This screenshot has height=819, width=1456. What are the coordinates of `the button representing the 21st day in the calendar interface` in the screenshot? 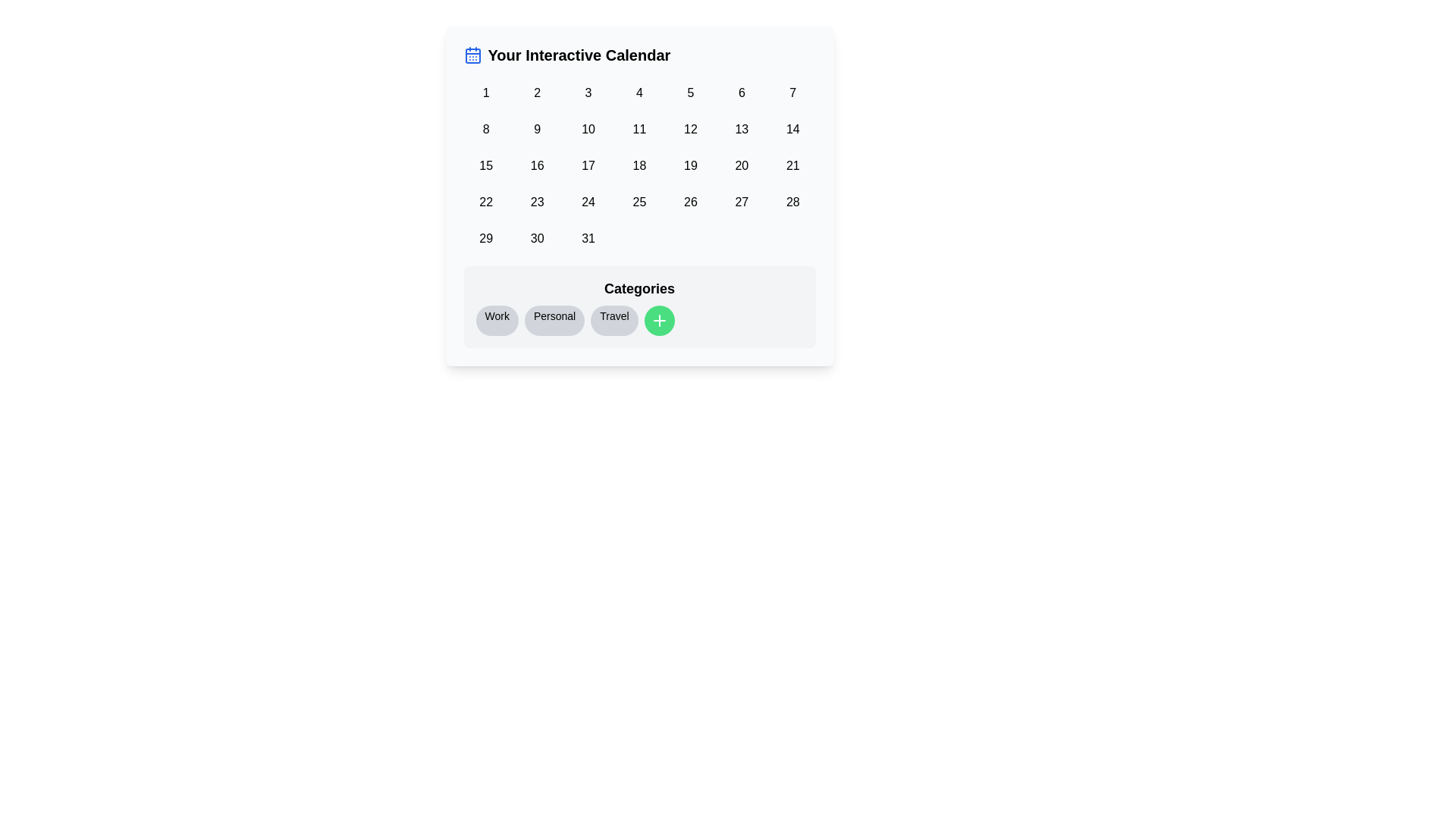 It's located at (792, 166).